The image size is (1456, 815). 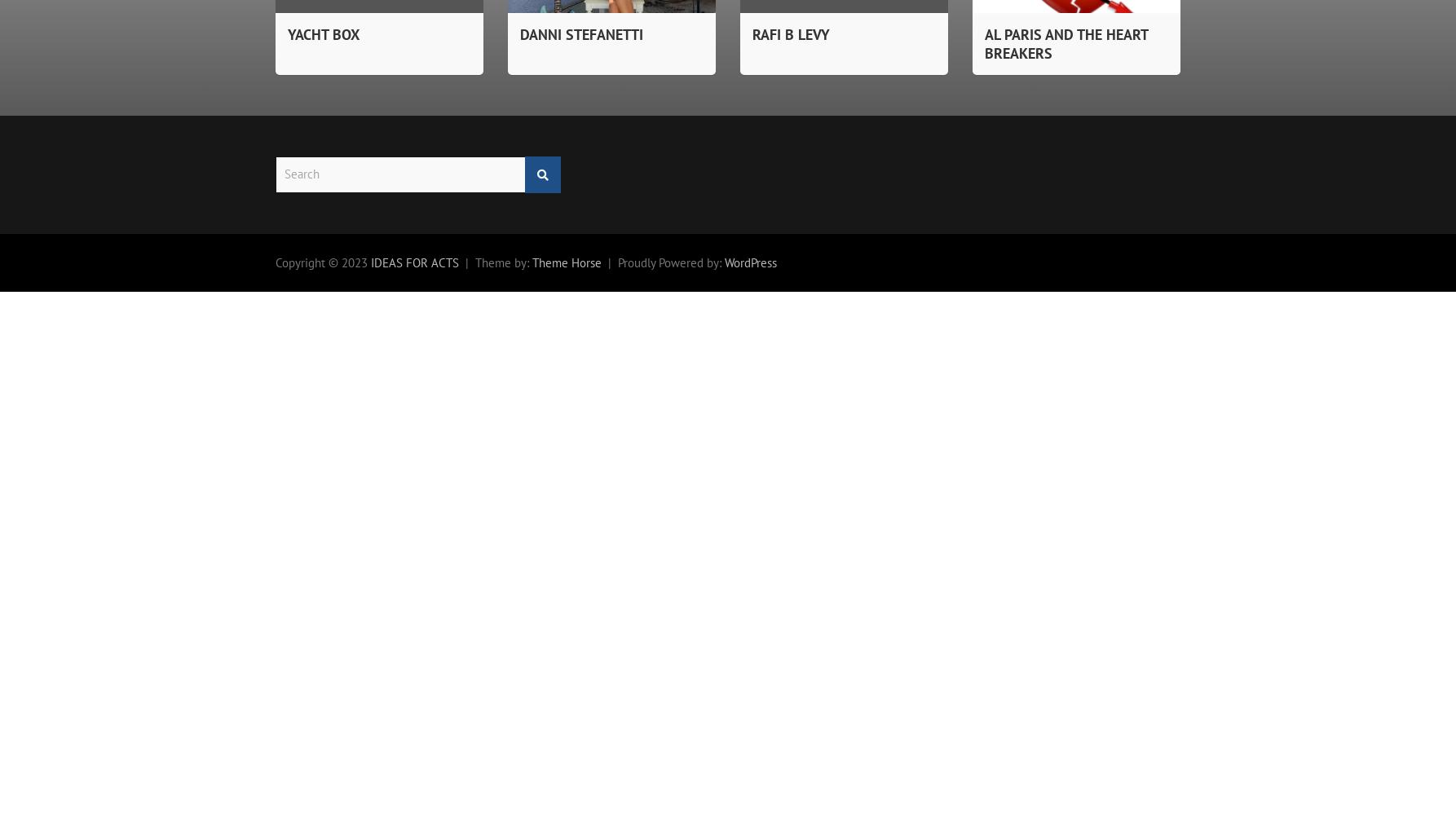 I want to click on 'Proudly Powered by:', so click(x=616, y=261).